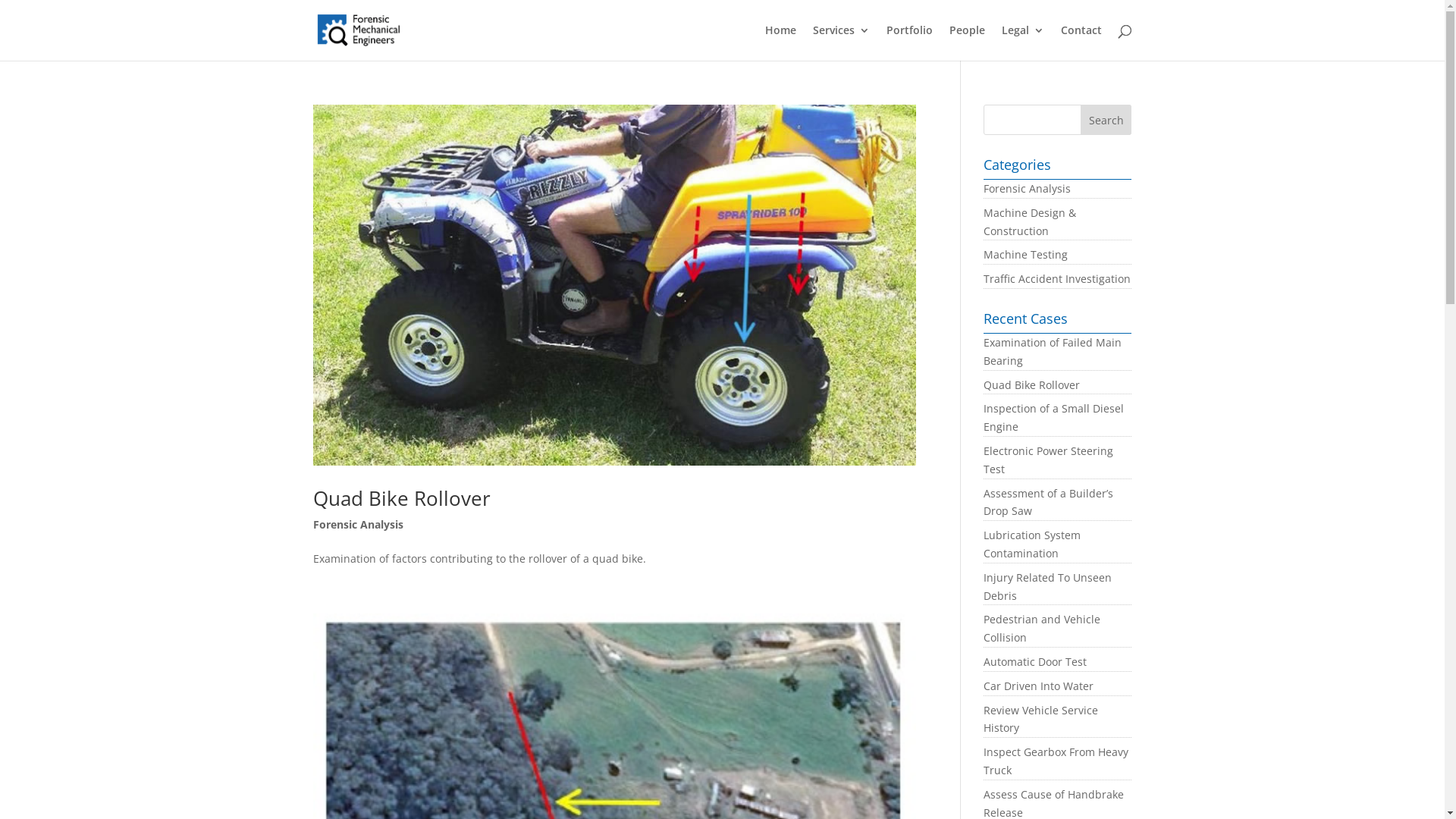  What do you see at coordinates (356, 523) in the screenshot?
I see `'Forensic Analysis'` at bounding box center [356, 523].